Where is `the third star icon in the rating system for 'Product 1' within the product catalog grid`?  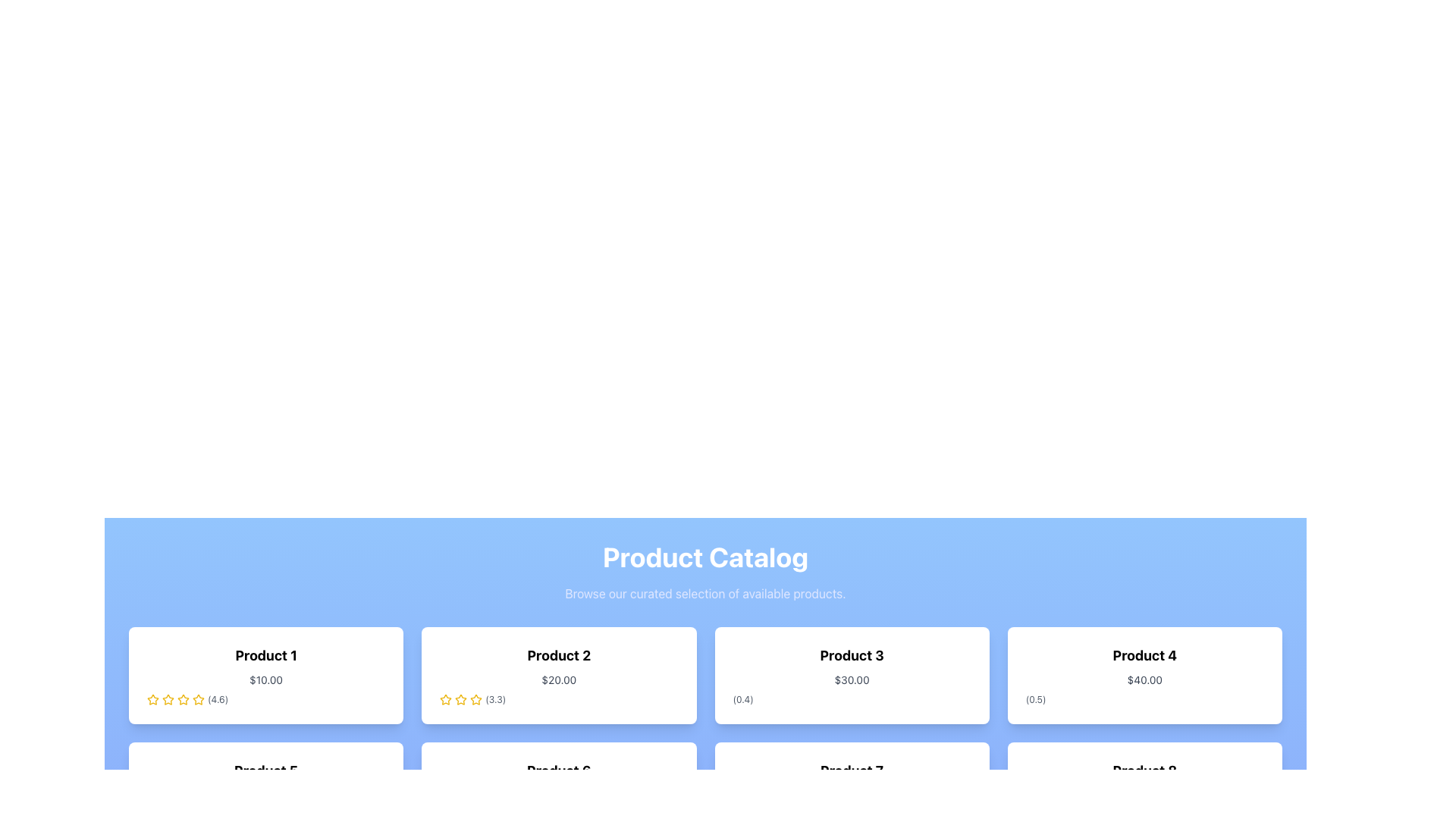
the third star icon in the rating system for 'Product 1' within the product catalog grid is located at coordinates (168, 699).